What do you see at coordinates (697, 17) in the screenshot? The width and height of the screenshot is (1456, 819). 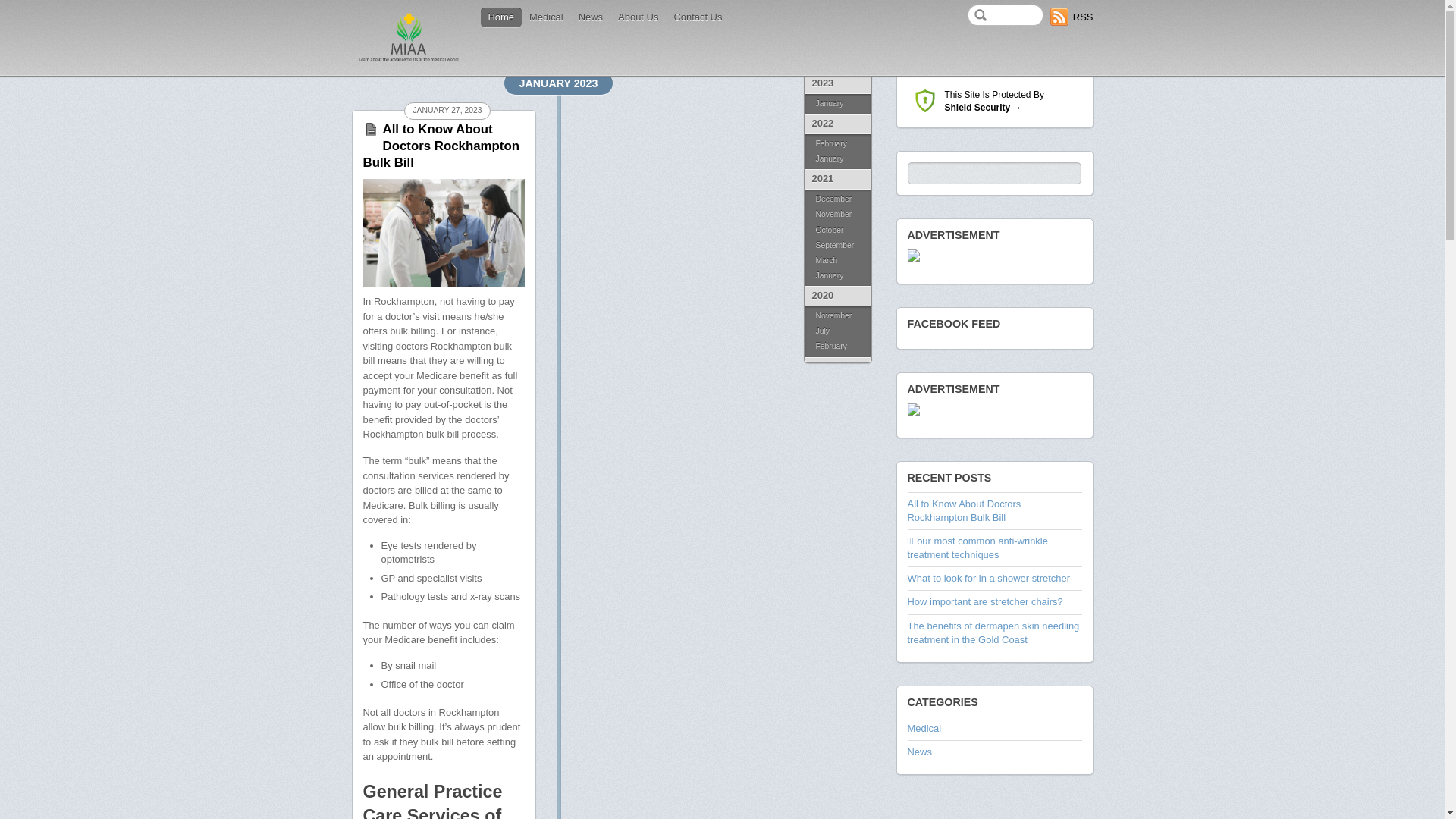 I see `'Contact Us'` at bounding box center [697, 17].